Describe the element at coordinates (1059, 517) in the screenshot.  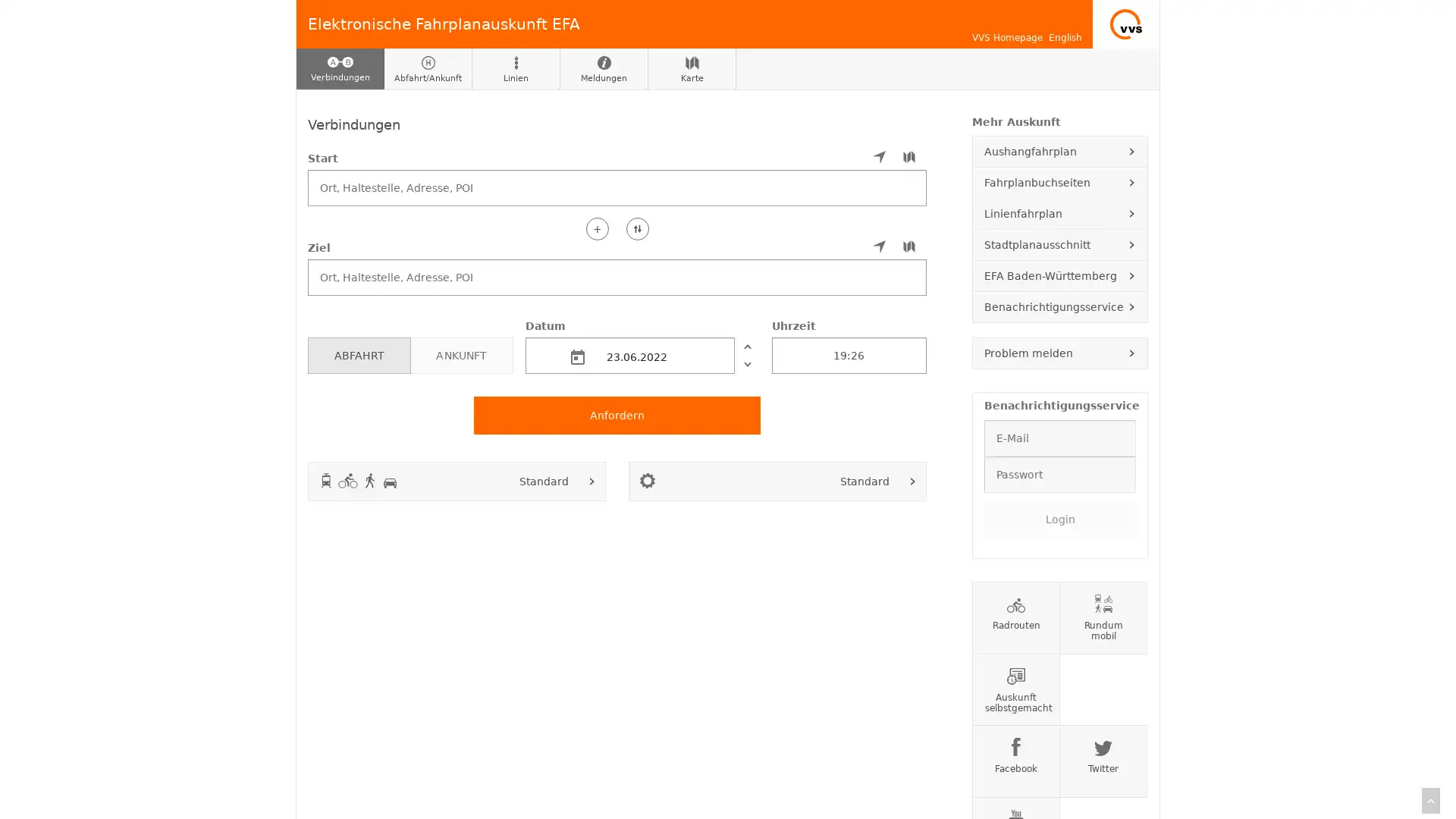
I see `Login` at that location.